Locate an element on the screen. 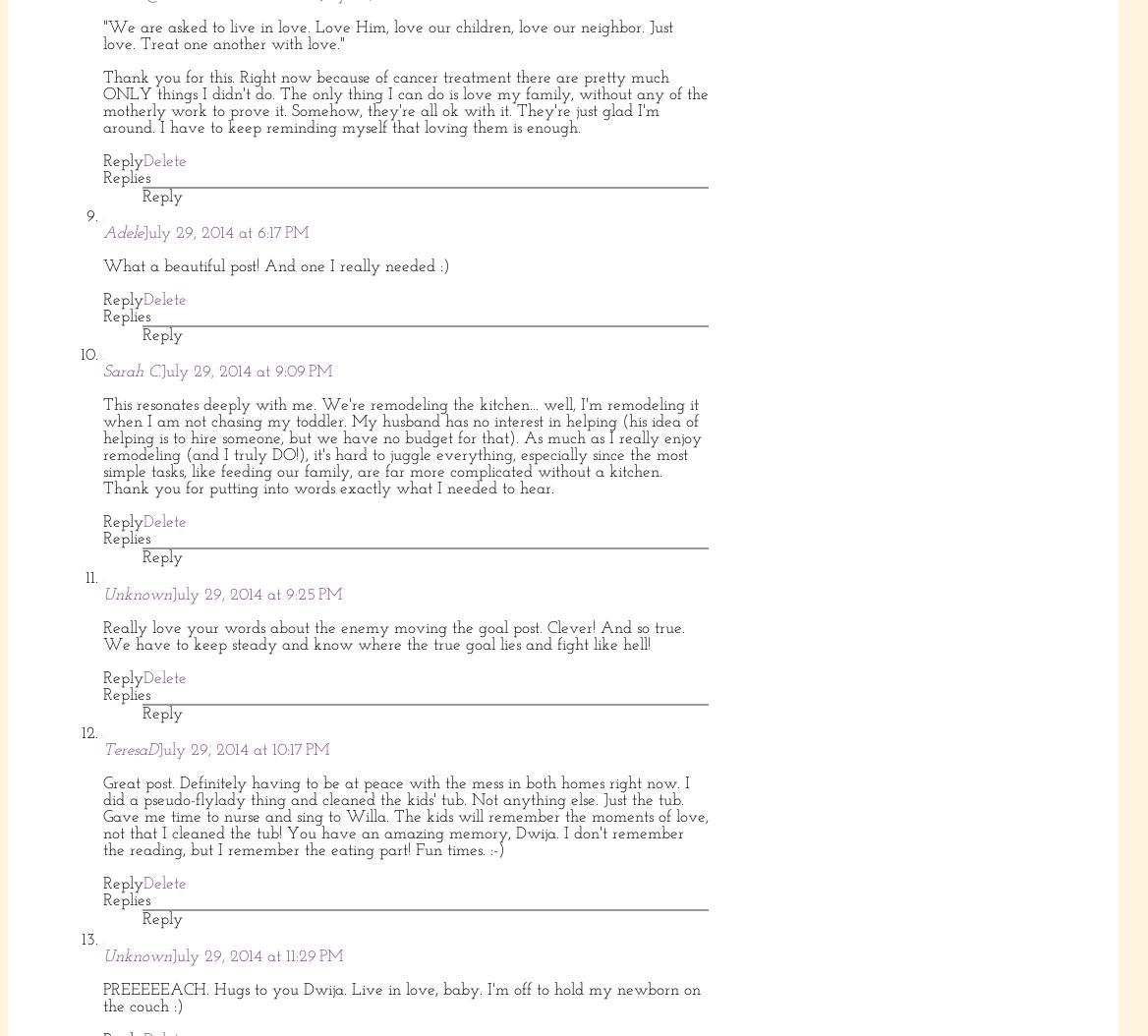 The width and height of the screenshot is (1148, 1036). '"We are asked to live in love.  Love Him, love our children, love our neighbor.  Just love.  Treat one another with love."' is located at coordinates (102, 35).